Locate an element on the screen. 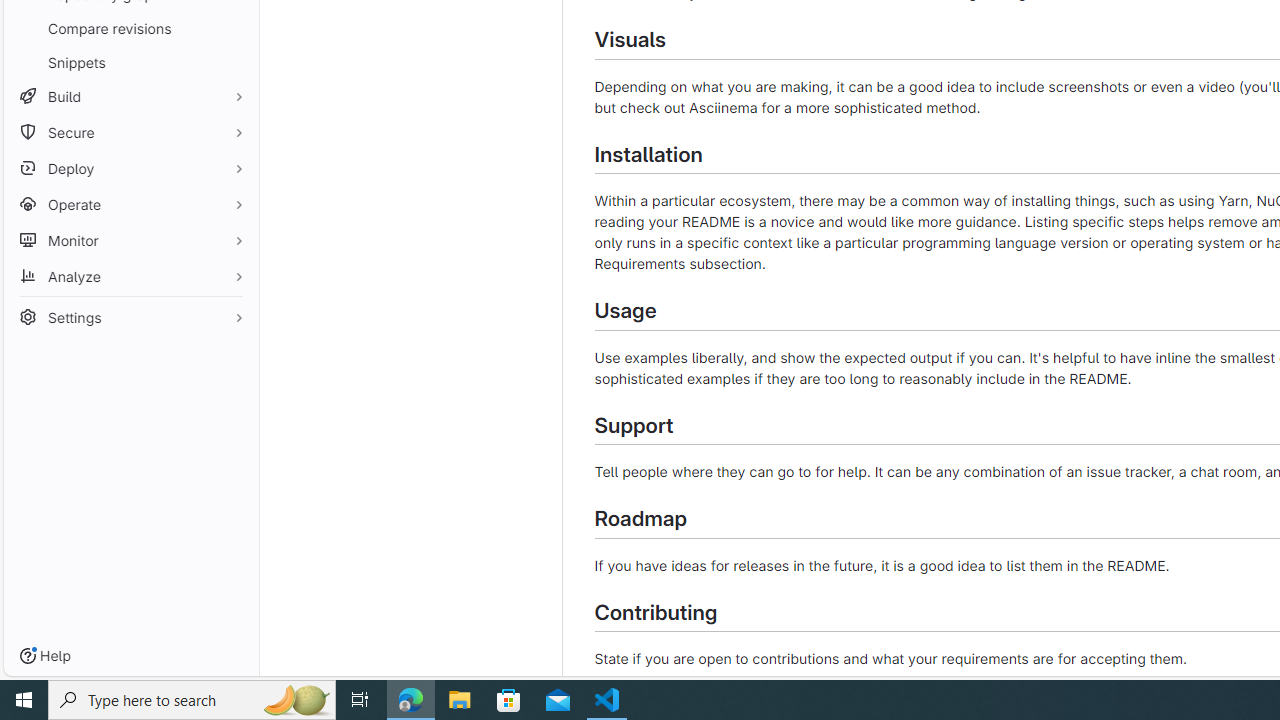 This screenshot has width=1280, height=720. 'Pin Compare revisions' is located at coordinates (234, 28).